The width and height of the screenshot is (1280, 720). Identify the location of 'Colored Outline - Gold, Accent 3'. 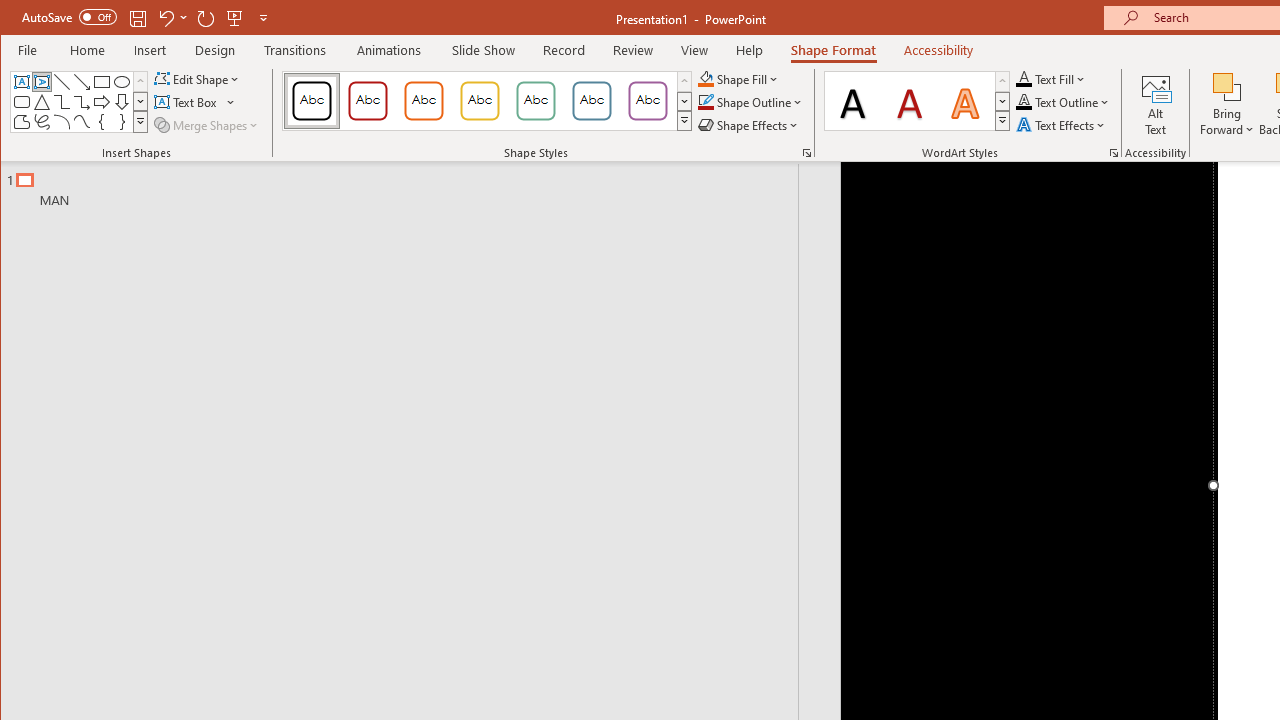
(480, 100).